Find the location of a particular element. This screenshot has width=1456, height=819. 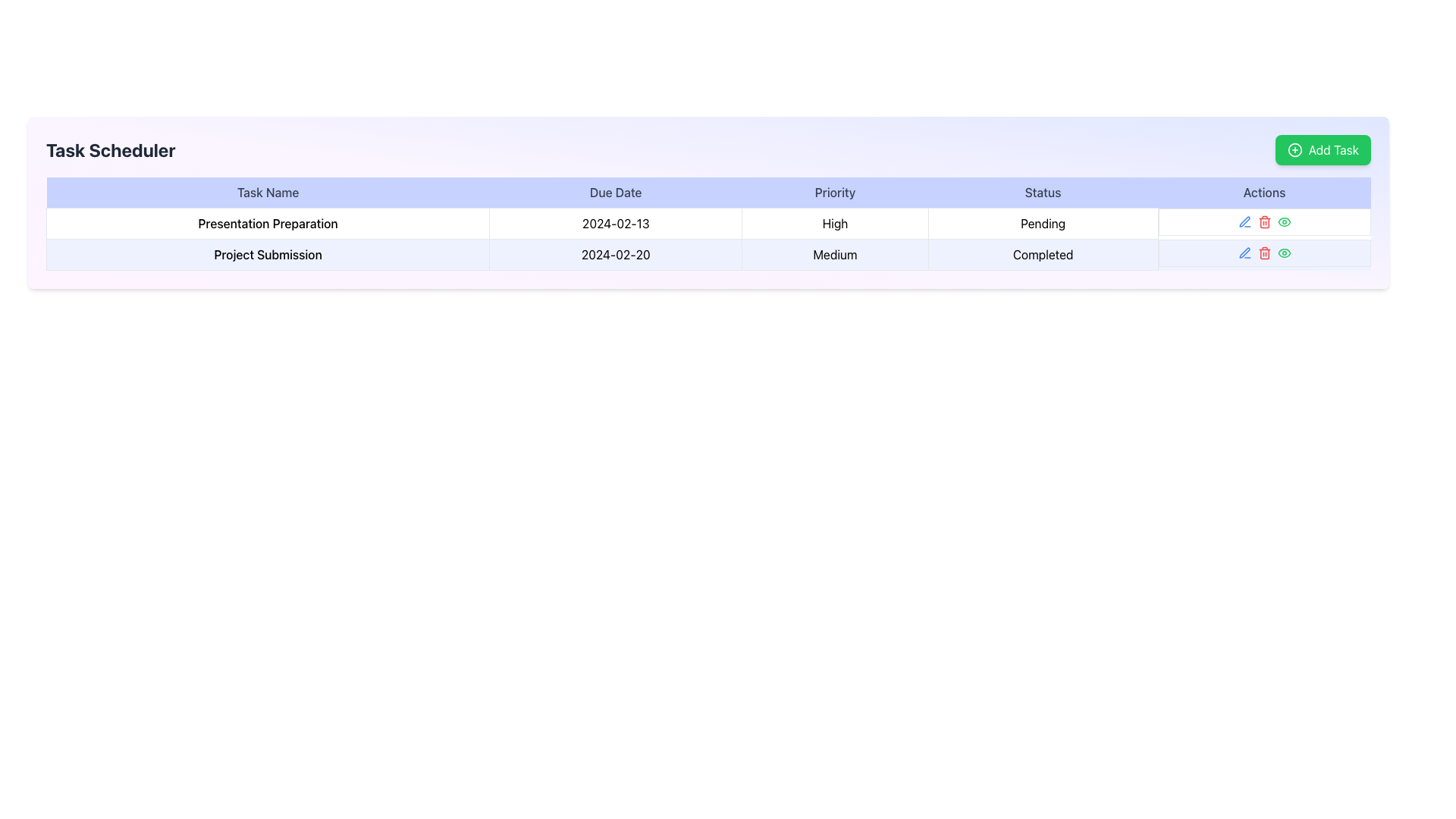

the table header row located beneath 'Task Scheduler' to navigate through the columns labeled 'Task Name', 'Due Date', 'Priority', 'Status', and 'Actions' is located at coordinates (708, 192).